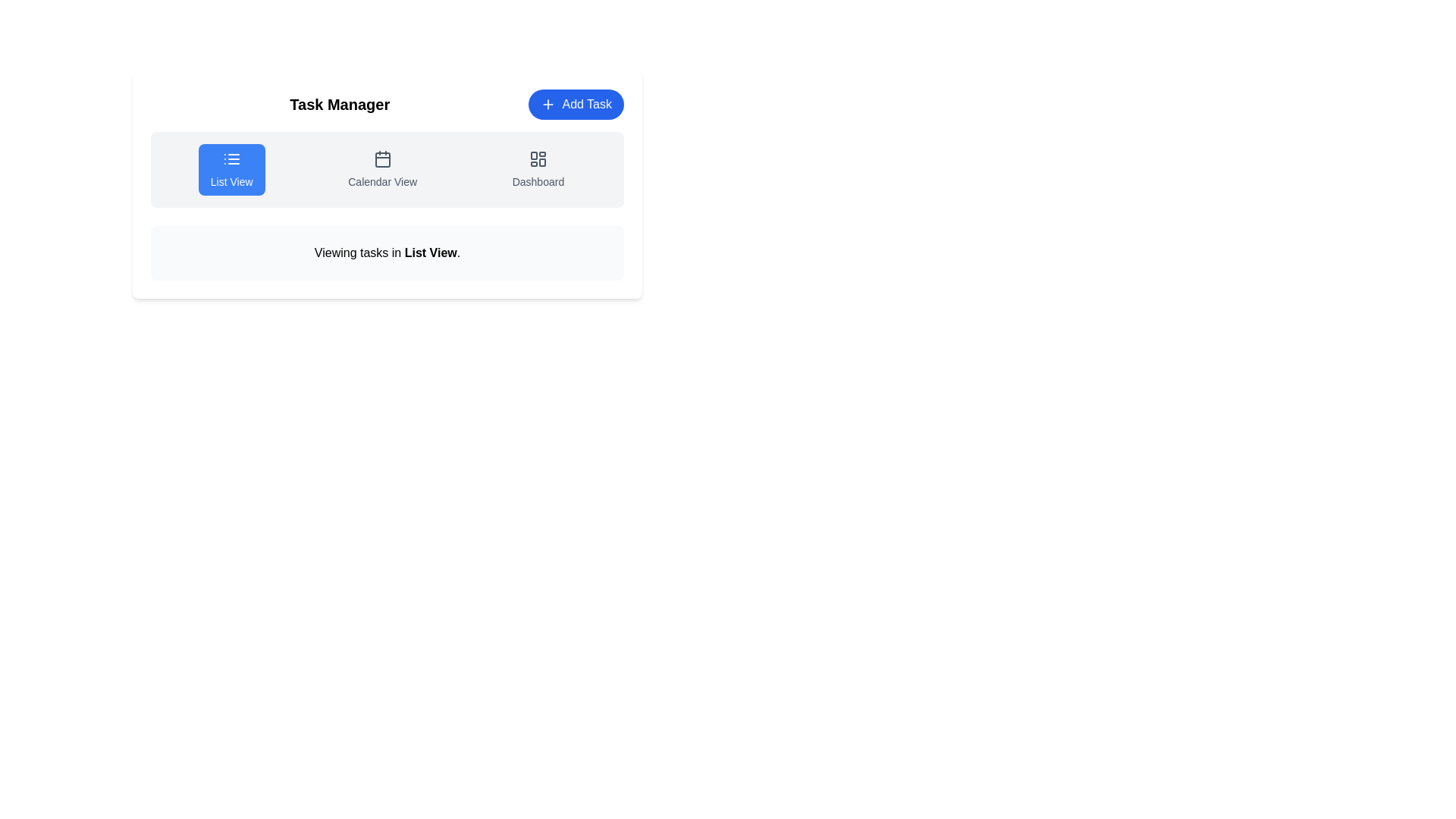 This screenshot has height=819, width=1456. What do you see at coordinates (538, 169) in the screenshot?
I see `the far-right navigation button in the panel` at bounding box center [538, 169].